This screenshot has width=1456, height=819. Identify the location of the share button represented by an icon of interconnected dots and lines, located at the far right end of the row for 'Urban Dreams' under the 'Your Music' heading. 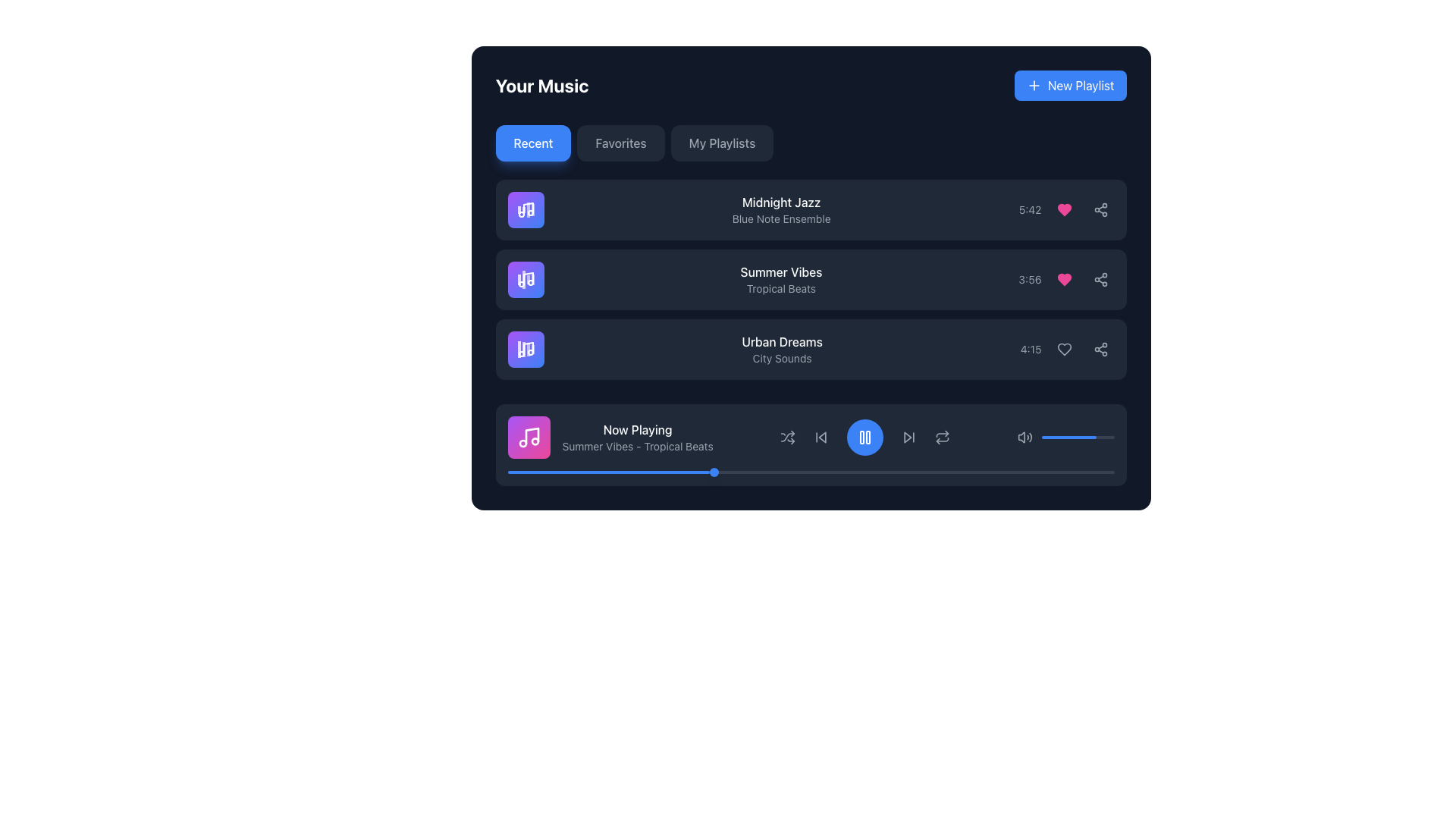
(1100, 280).